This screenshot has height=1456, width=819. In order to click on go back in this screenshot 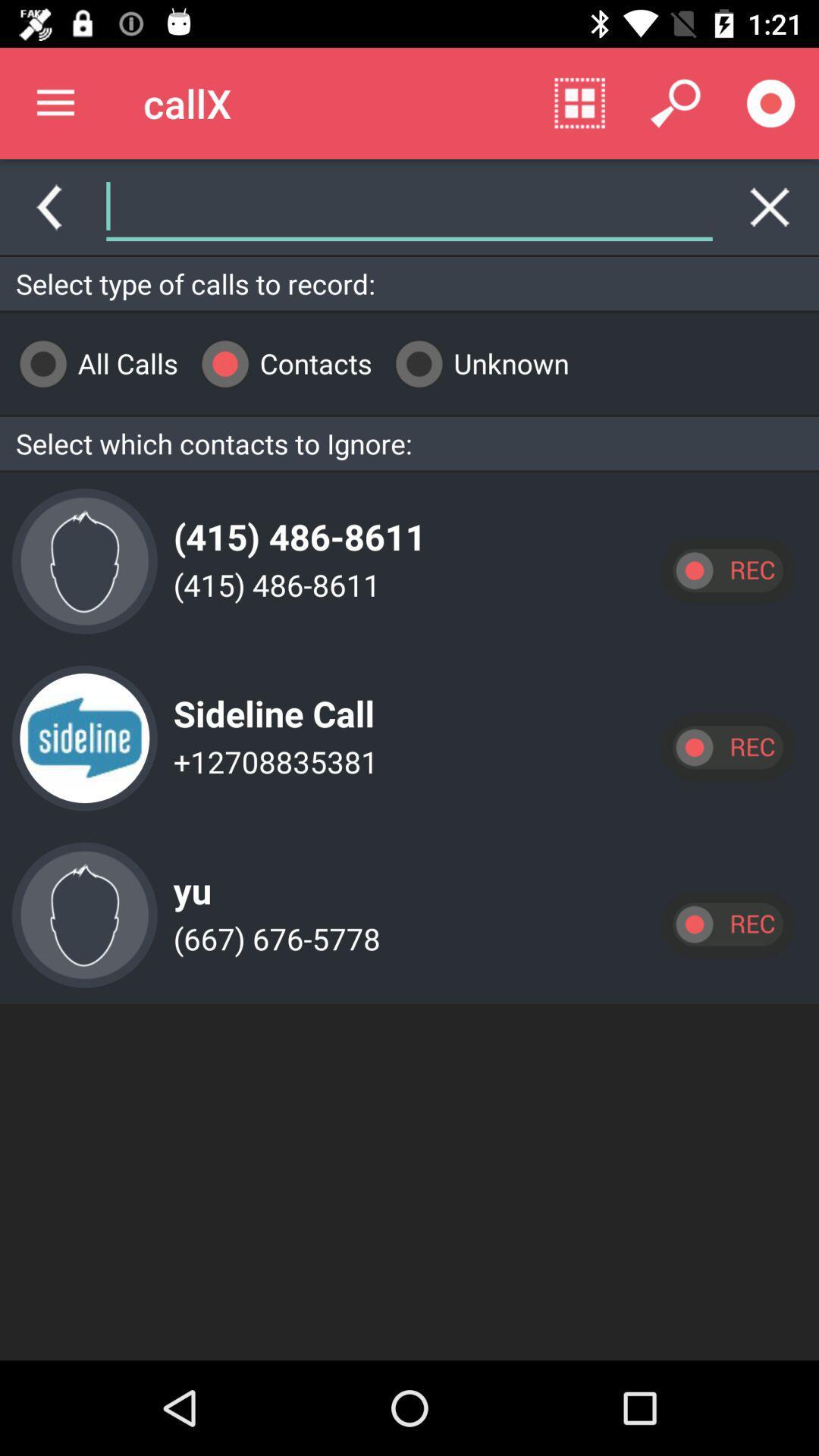, I will do `click(48, 206)`.